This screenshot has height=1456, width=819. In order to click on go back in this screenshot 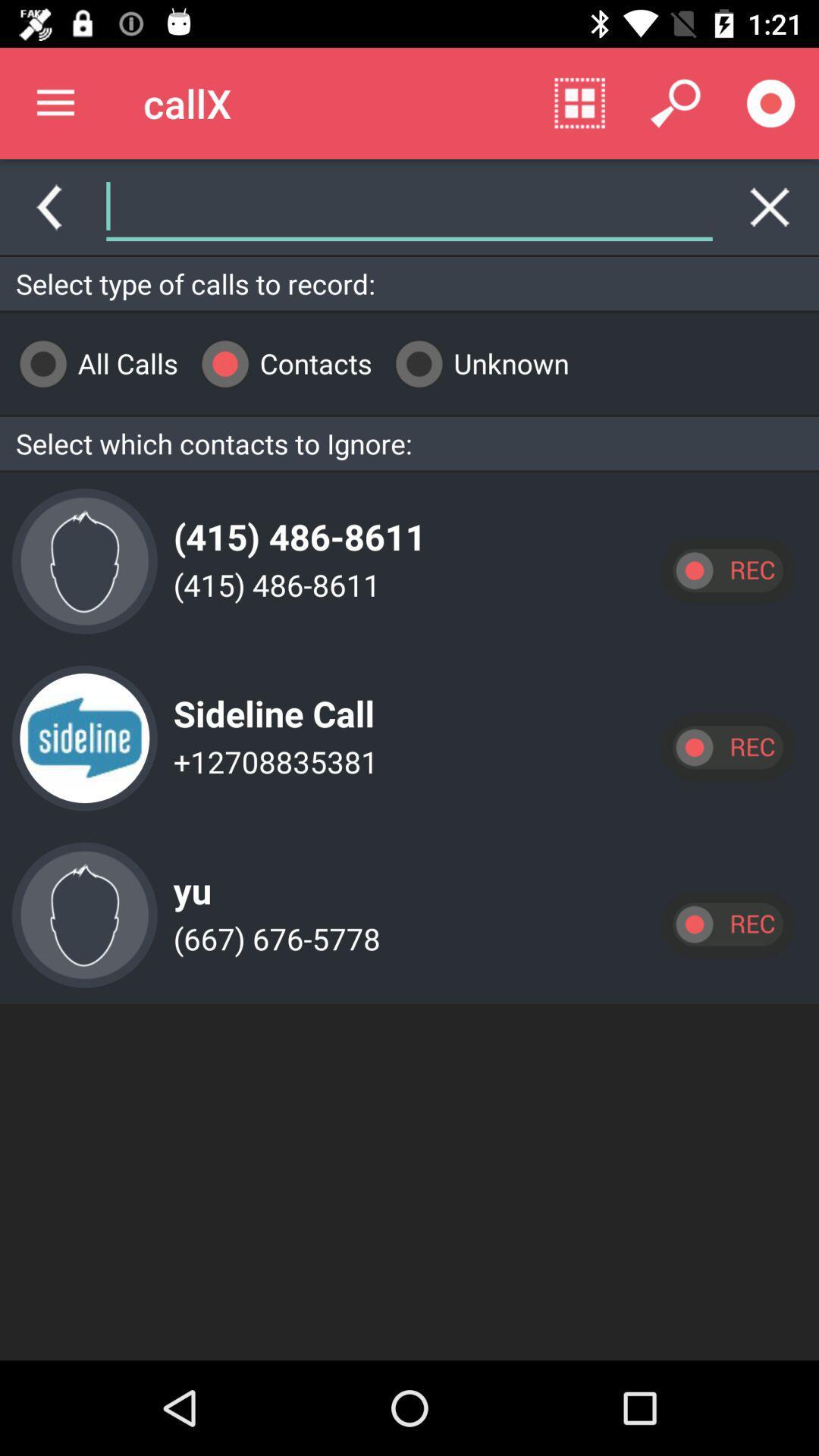, I will do `click(48, 206)`.